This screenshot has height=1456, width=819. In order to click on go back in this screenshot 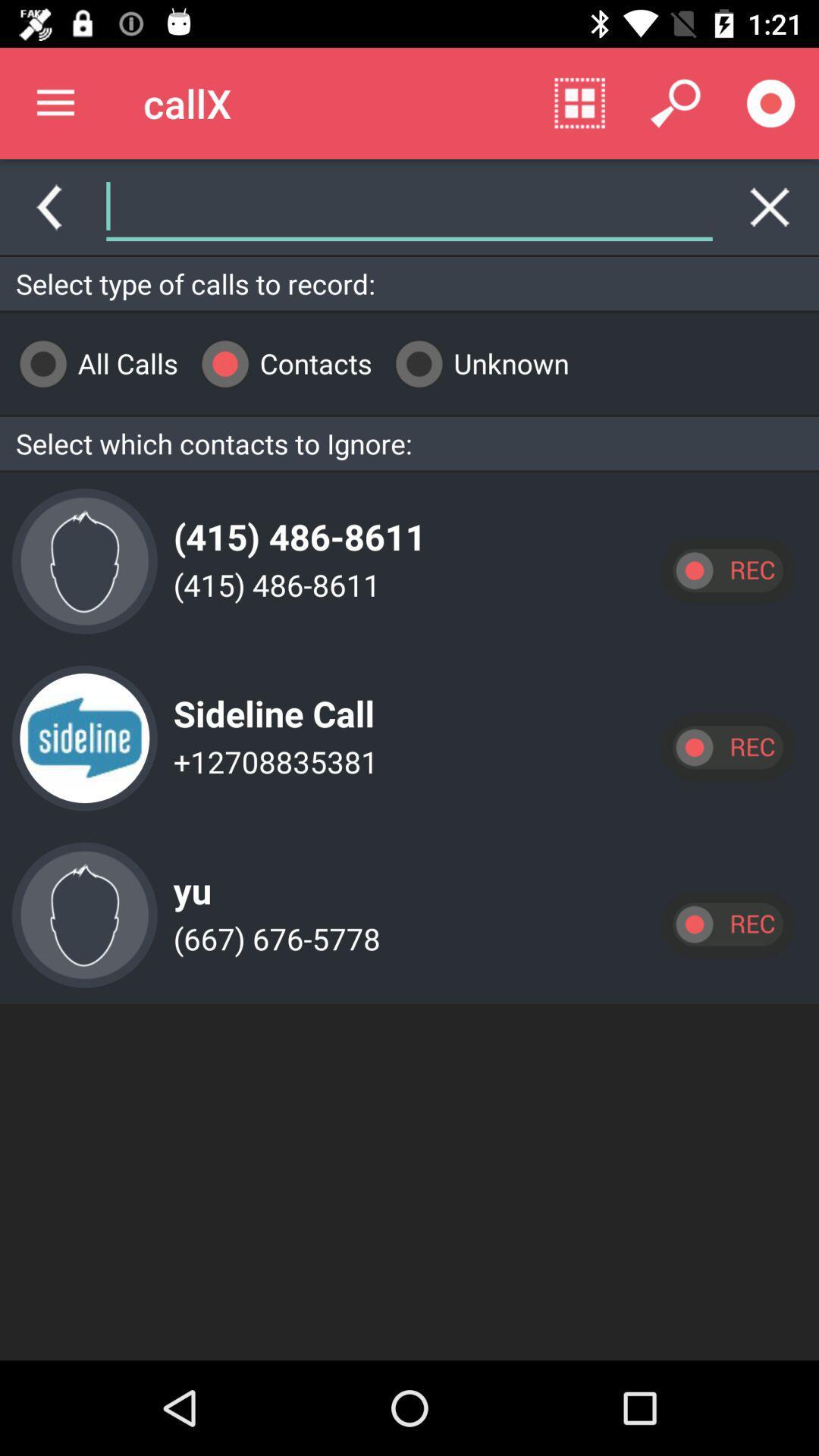, I will do `click(48, 206)`.